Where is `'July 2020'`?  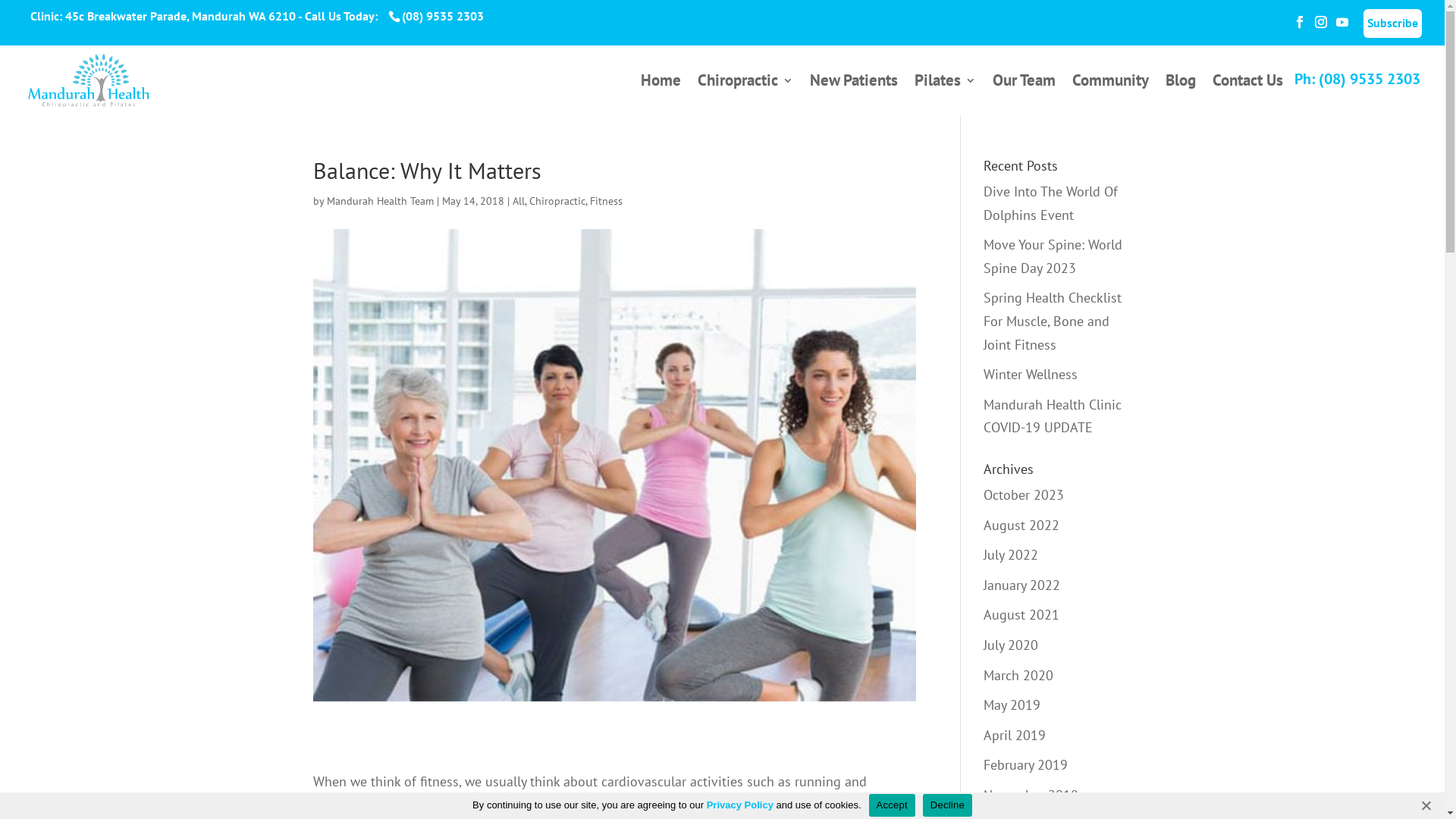 'July 2020' is located at coordinates (1011, 645).